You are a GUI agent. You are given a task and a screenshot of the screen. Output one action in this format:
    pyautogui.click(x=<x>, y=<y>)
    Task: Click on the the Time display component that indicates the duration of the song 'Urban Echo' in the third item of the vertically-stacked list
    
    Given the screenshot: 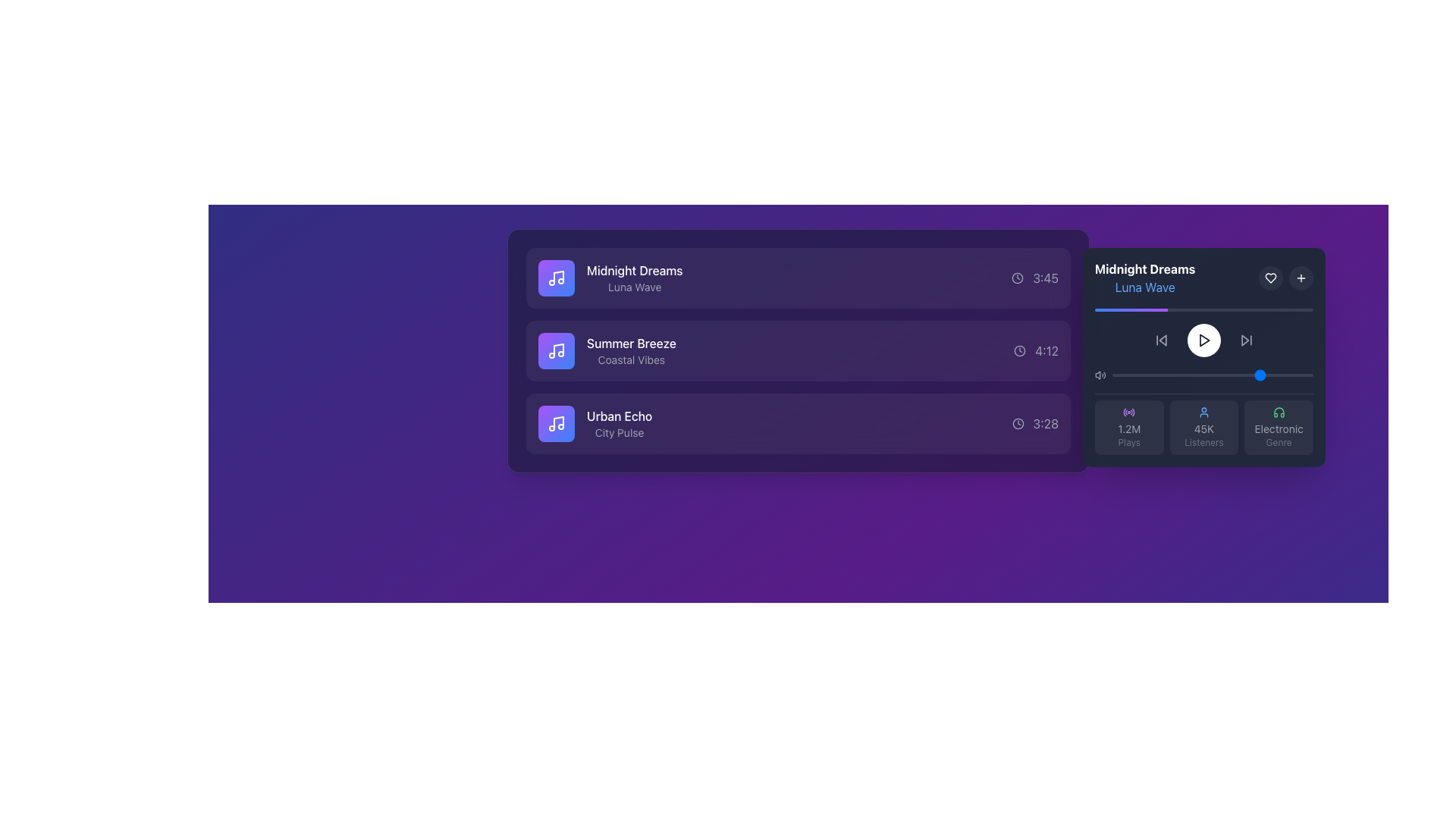 What is the action you would take?
    pyautogui.click(x=1034, y=424)
    